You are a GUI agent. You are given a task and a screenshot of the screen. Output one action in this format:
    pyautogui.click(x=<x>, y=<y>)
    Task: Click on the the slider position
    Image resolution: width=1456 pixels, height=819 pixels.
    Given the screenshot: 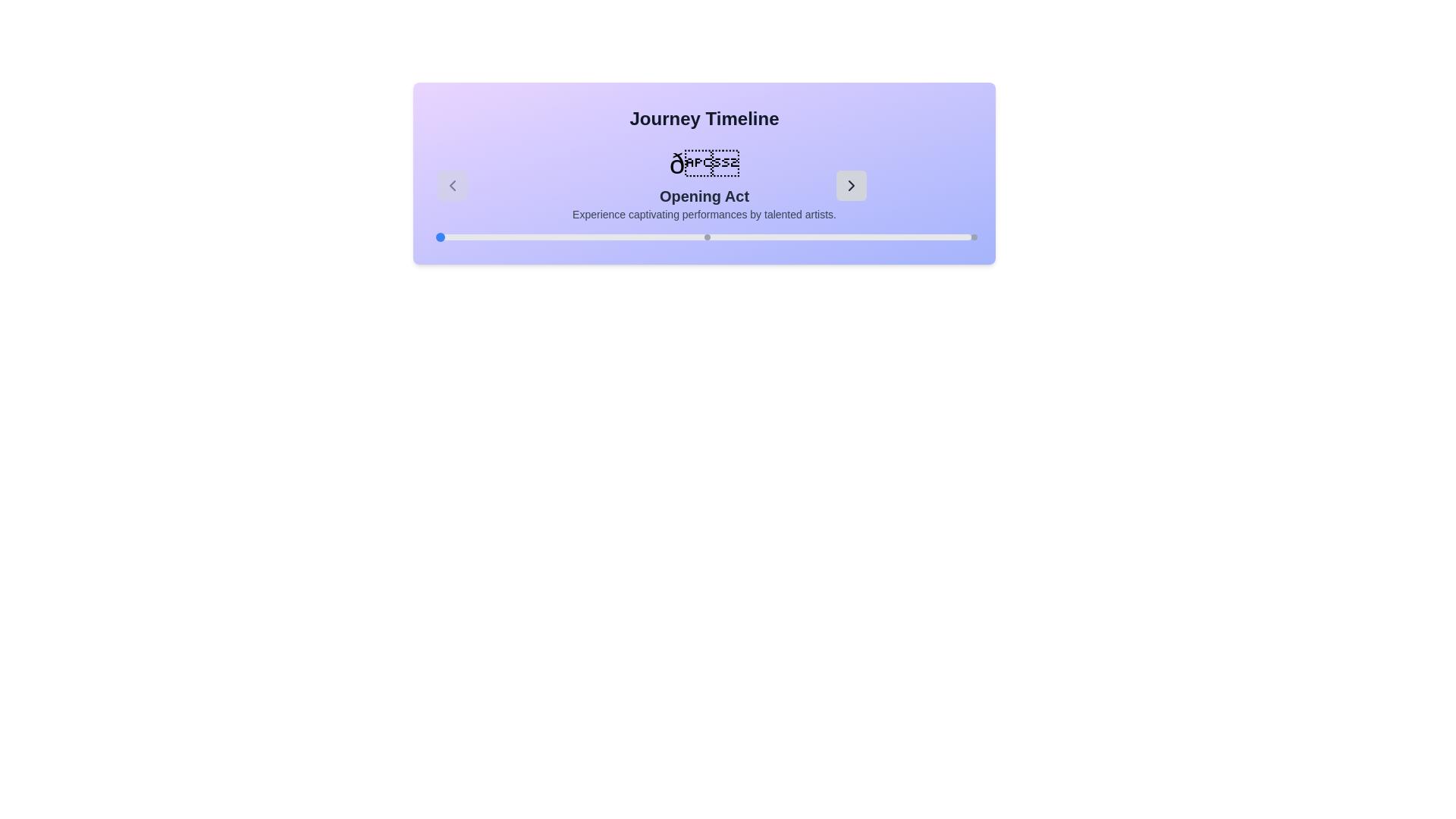 What is the action you would take?
    pyautogui.click(x=870, y=237)
    